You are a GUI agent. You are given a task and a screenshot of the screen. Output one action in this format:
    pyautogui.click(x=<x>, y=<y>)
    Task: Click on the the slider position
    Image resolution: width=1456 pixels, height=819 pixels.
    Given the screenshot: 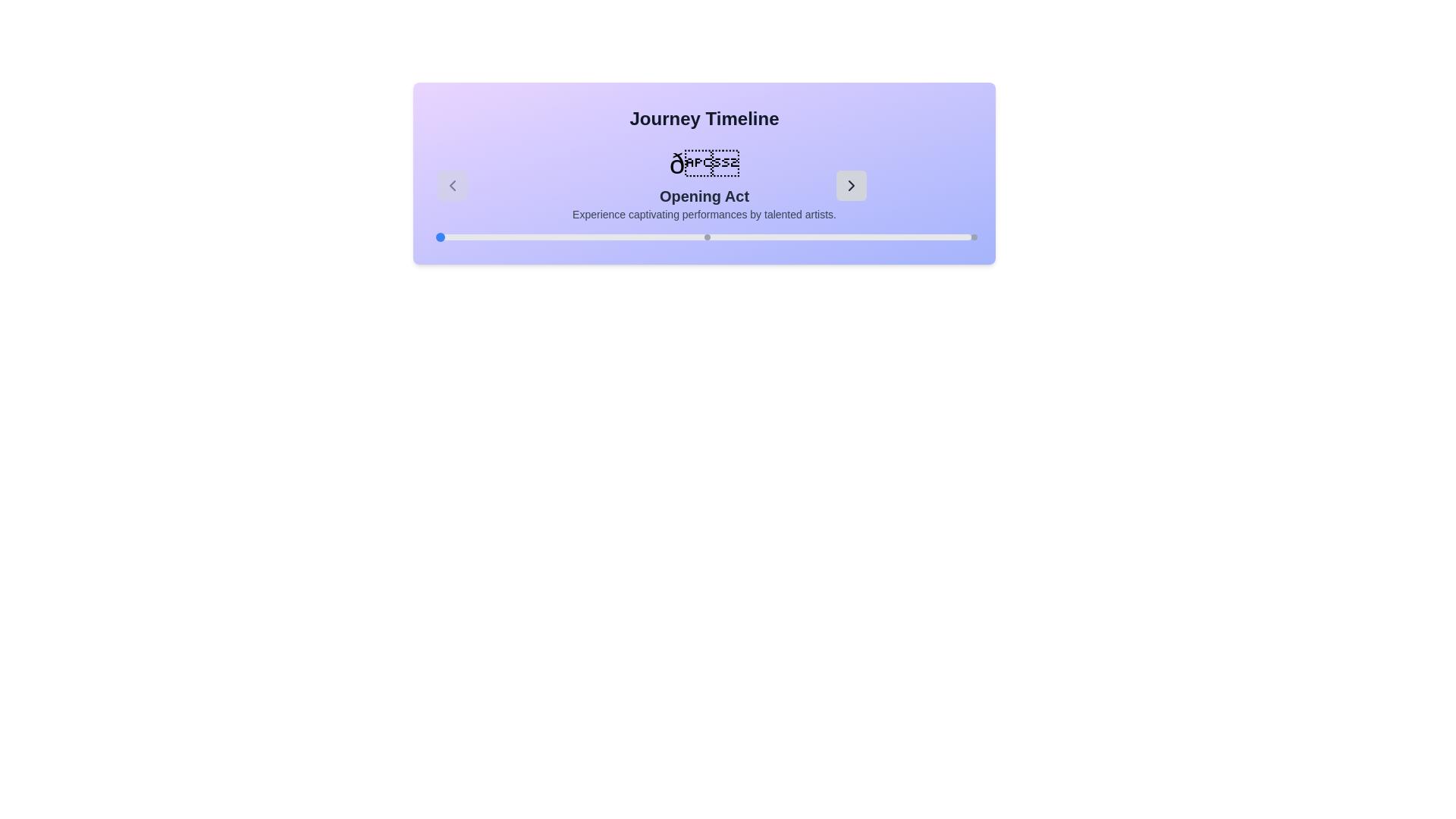 What is the action you would take?
    pyautogui.click(x=870, y=237)
    